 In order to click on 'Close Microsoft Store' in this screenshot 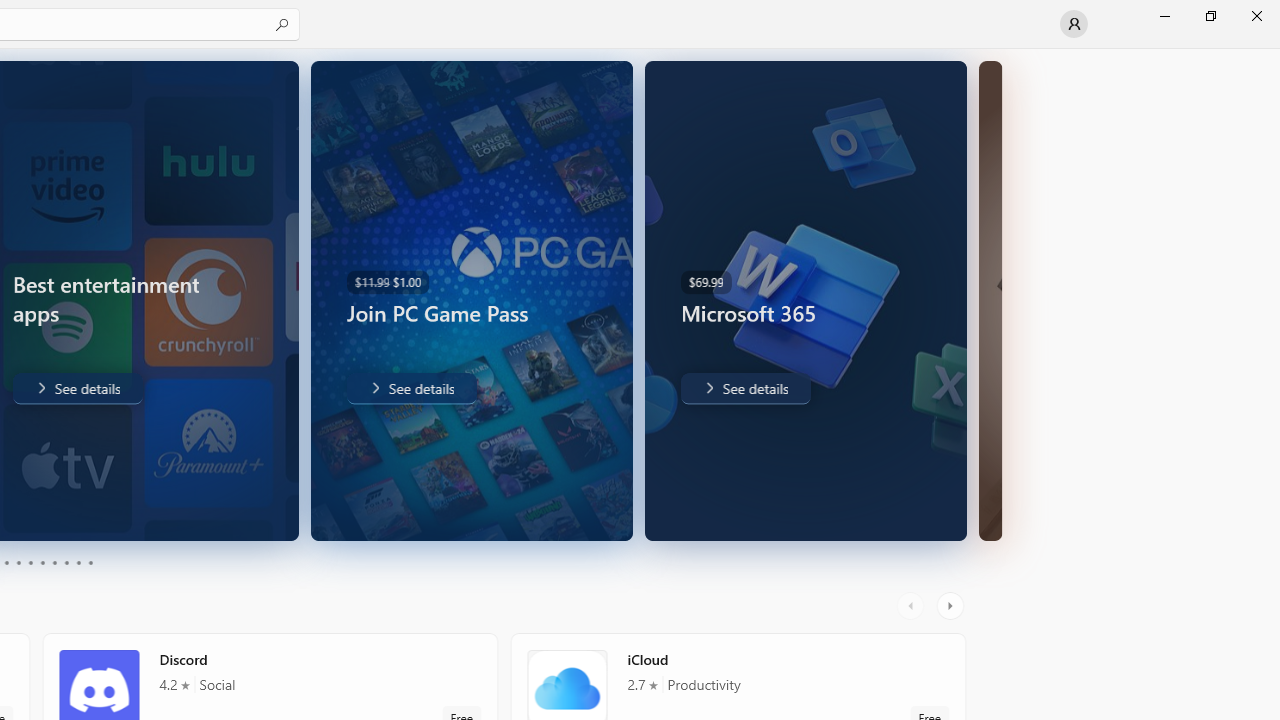, I will do `click(1255, 15)`.